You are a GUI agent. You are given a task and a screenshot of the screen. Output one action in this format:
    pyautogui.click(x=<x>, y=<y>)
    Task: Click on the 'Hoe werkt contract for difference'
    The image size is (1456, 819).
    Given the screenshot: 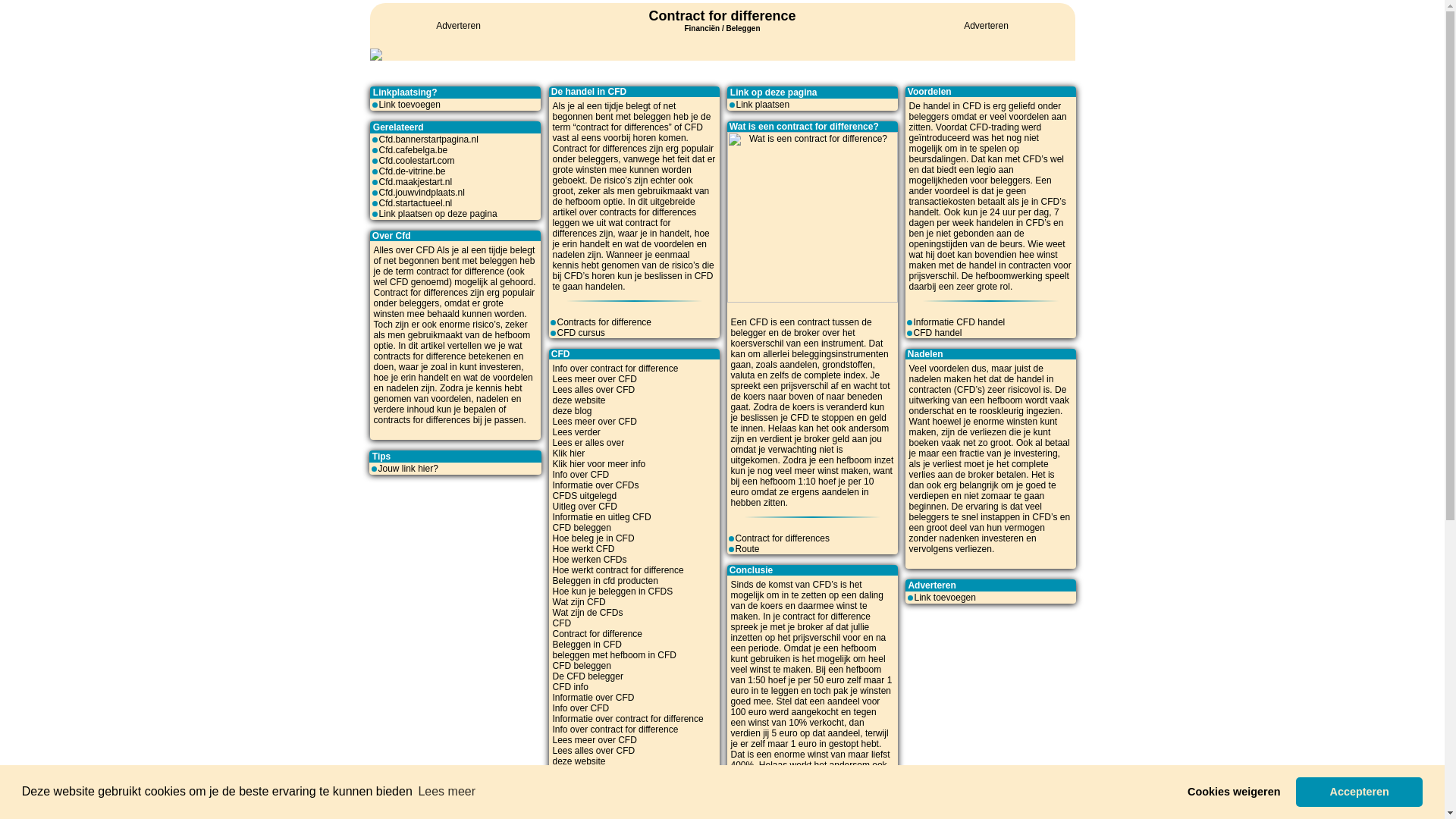 What is the action you would take?
    pyautogui.click(x=551, y=570)
    